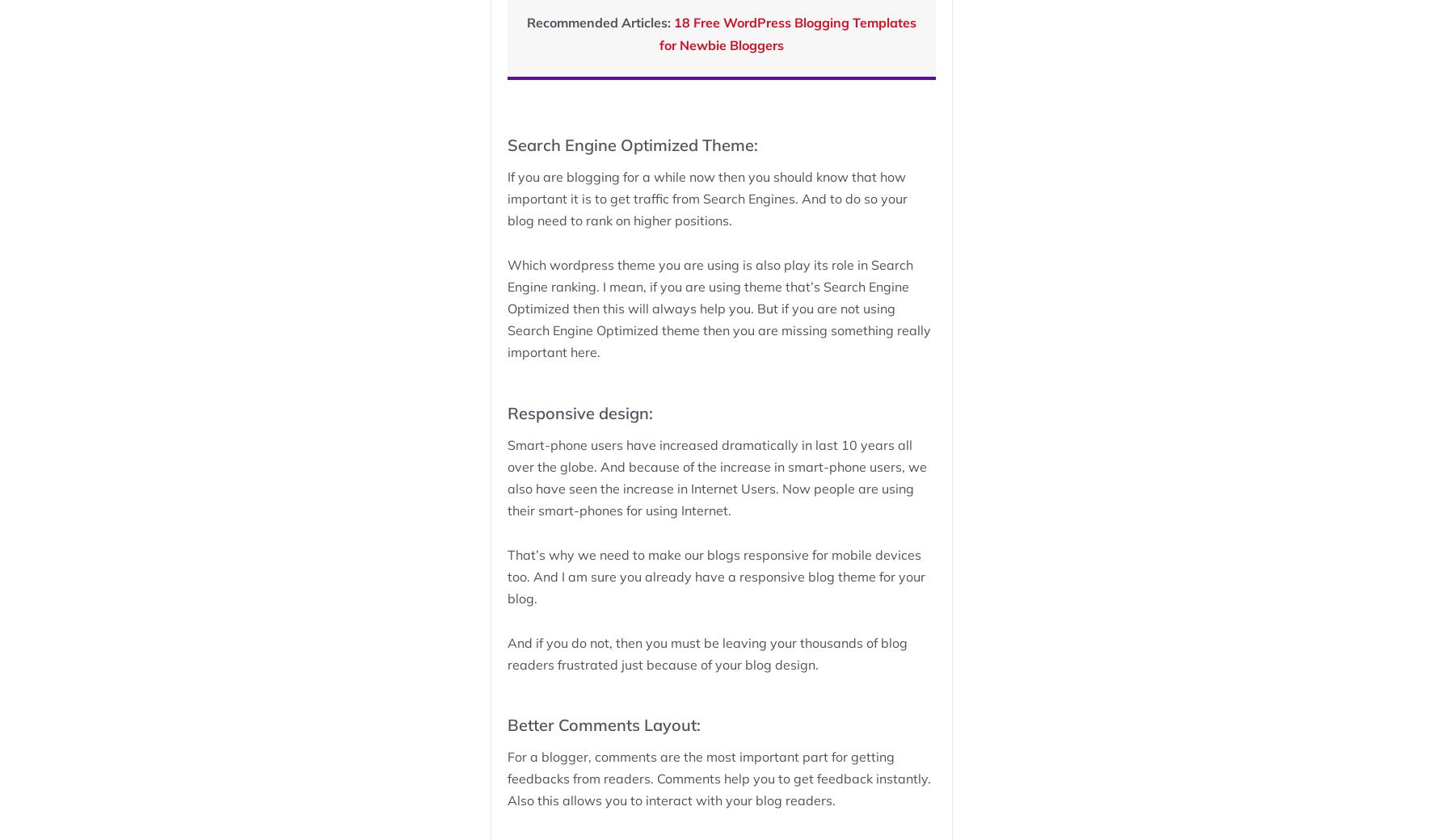  Describe the element at coordinates (706, 652) in the screenshot. I see `'And if you do not, then you must be leaving your thousands of blog readers frustrated just because of your blog design.'` at that location.